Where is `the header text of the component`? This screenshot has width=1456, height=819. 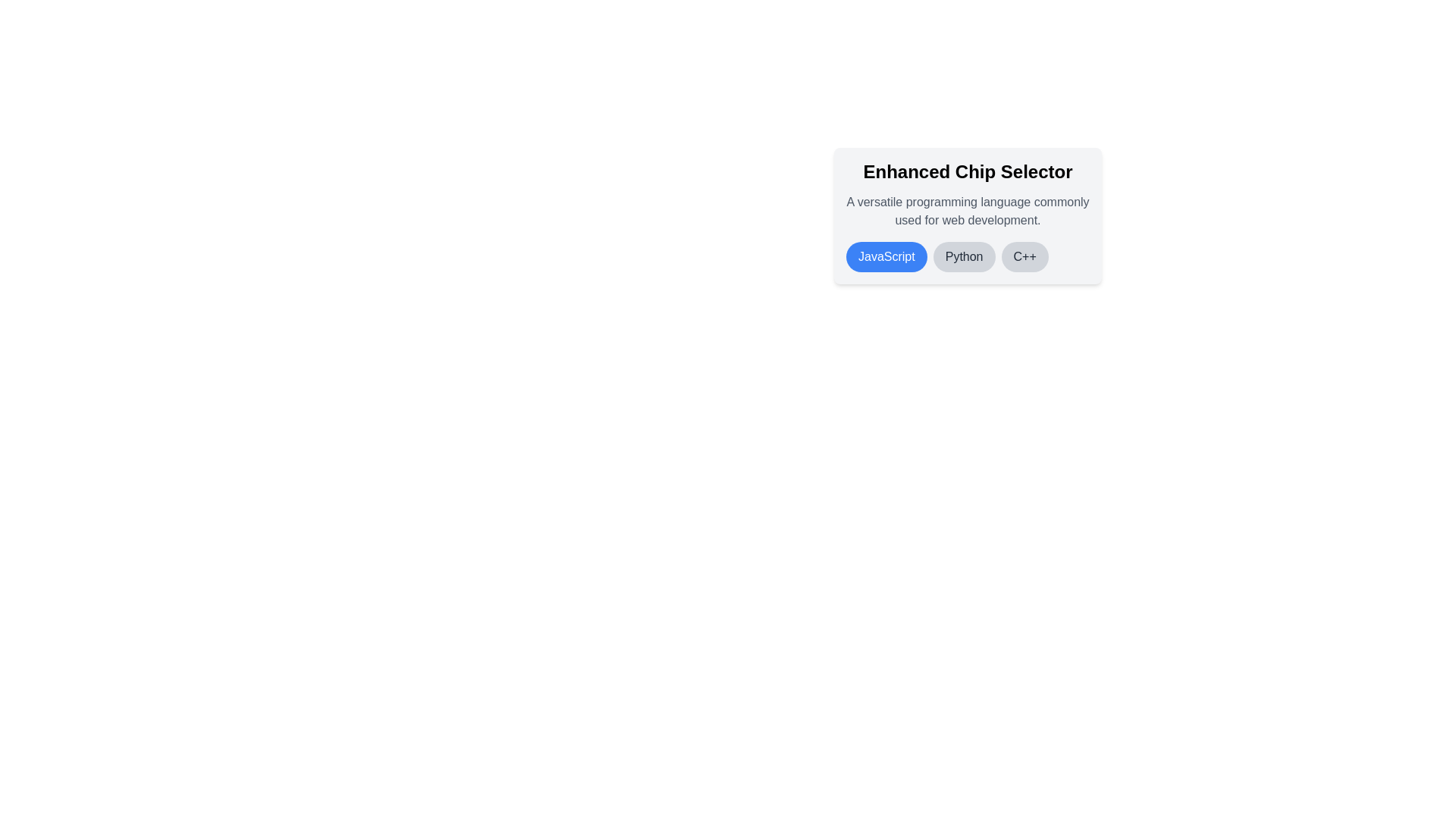
the header text of the component is located at coordinates (967, 171).